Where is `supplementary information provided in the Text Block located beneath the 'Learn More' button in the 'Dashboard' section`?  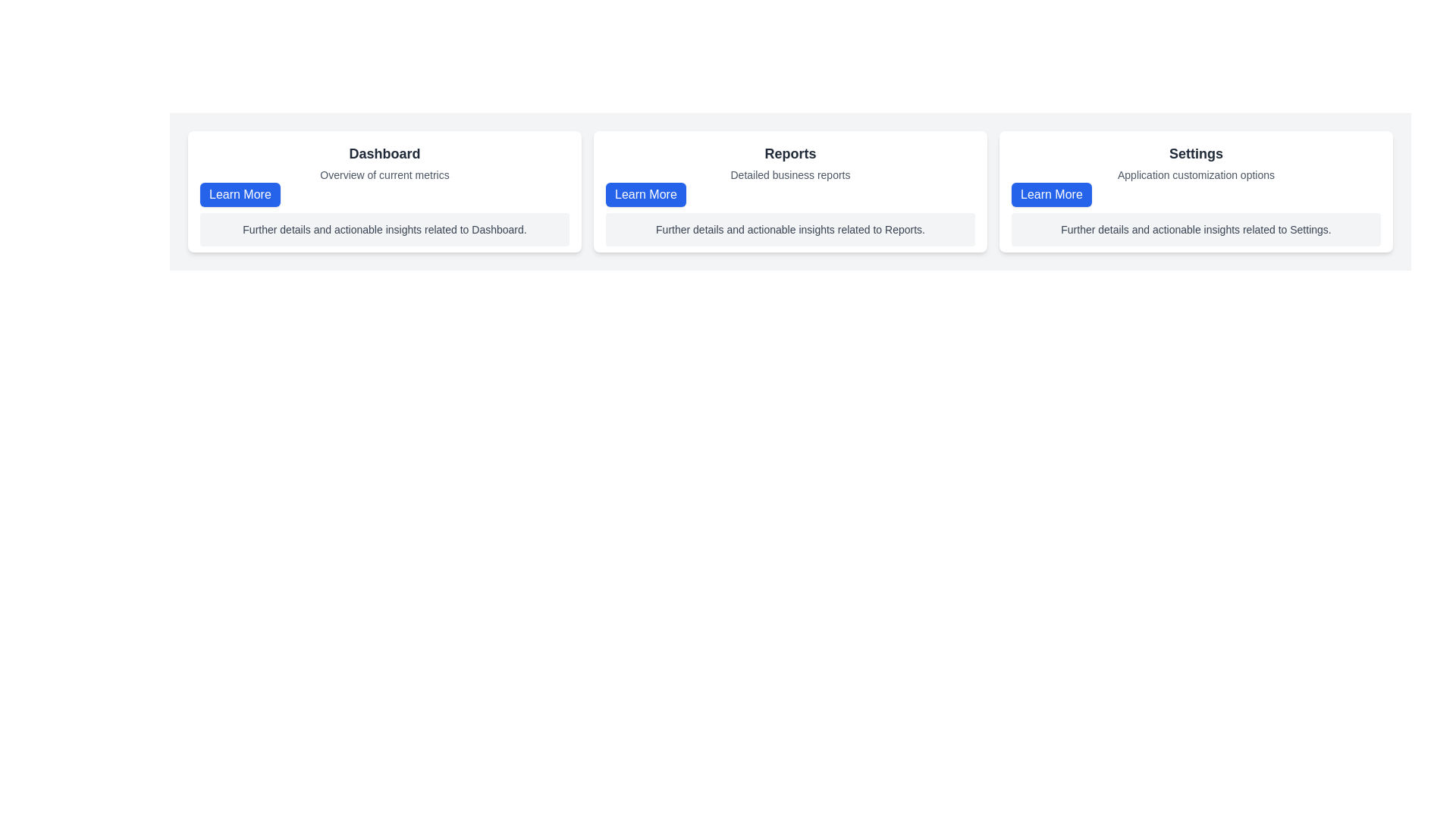 supplementary information provided in the Text Block located beneath the 'Learn More' button in the 'Dashboard' section is located at coordinates (384, 230).